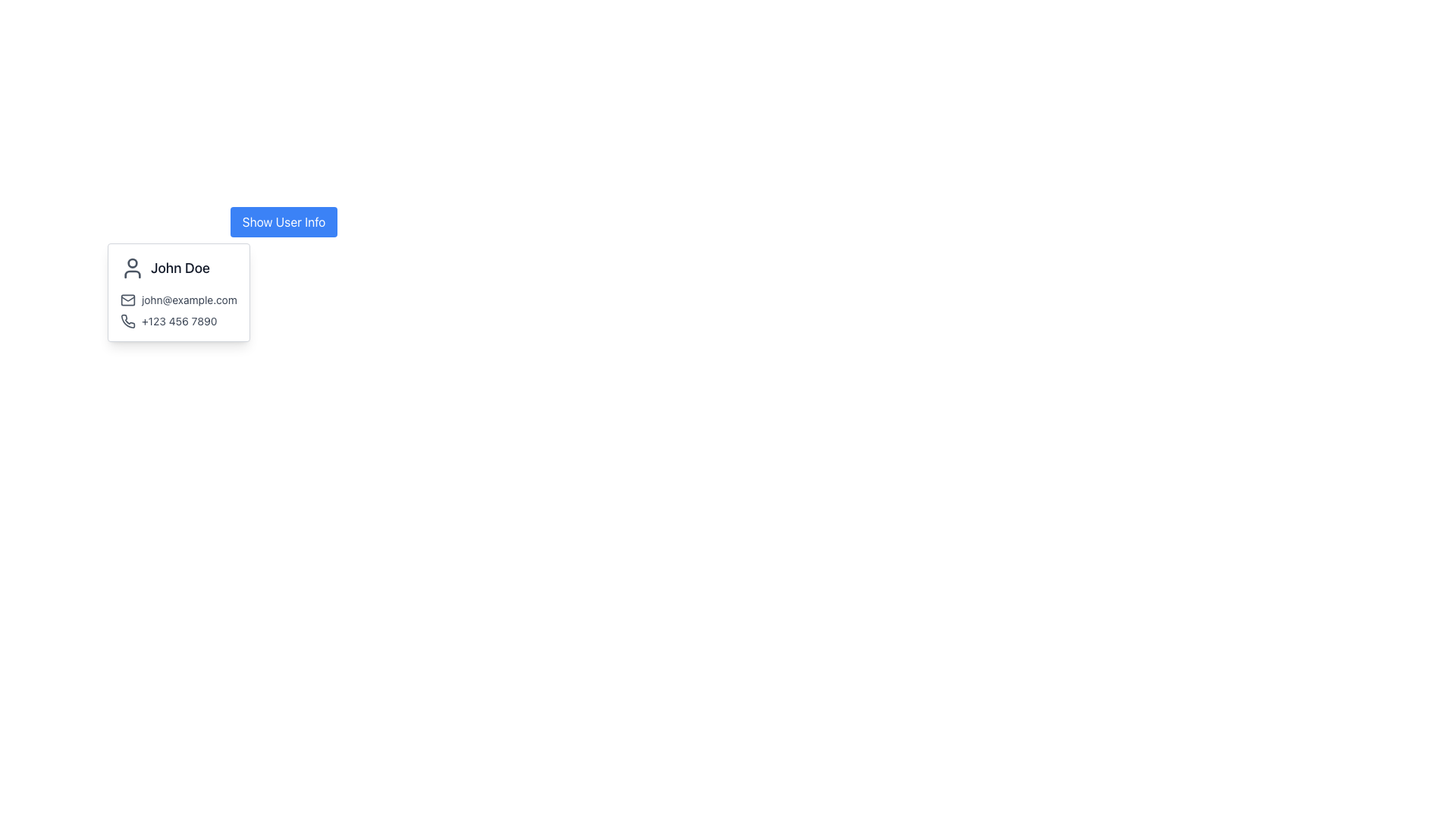 The width and height of the screenshot is (1456, 819). I want to click on the phone number text label displaying '+123 456 7890', which is the third entry in the contact information list on the user information card, so click(179, 321).